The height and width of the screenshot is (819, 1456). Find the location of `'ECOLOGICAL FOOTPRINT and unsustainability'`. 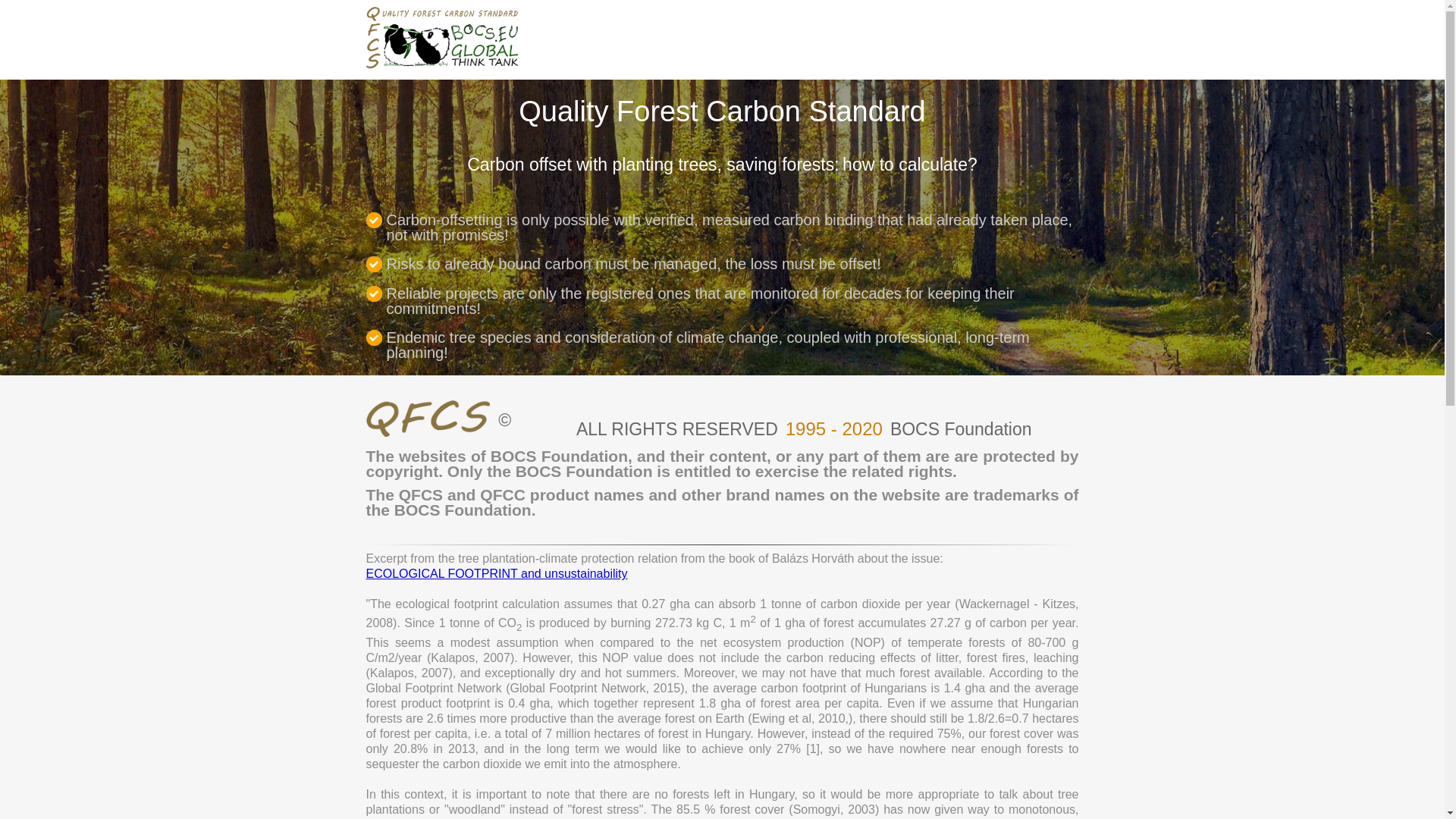

'ECOLOGICAL FOOTPRINT and unsustainability' is located at coordinates (496, 573).